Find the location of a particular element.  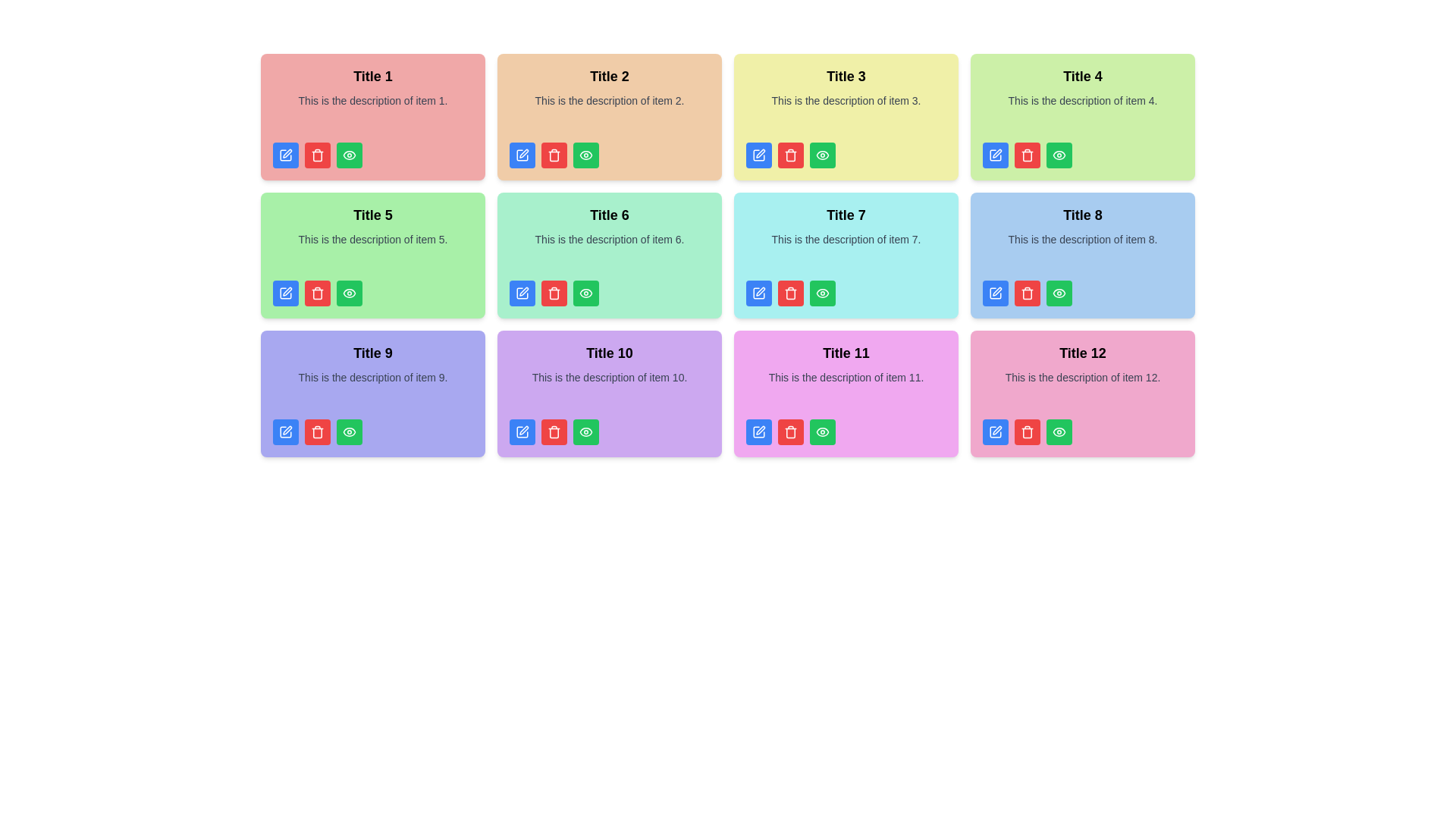

the interactive buttons on the informational card located in the third row, first column, which is beneath 'Title 5' and left of 'Title 10' is located at coordinates (372, 393).